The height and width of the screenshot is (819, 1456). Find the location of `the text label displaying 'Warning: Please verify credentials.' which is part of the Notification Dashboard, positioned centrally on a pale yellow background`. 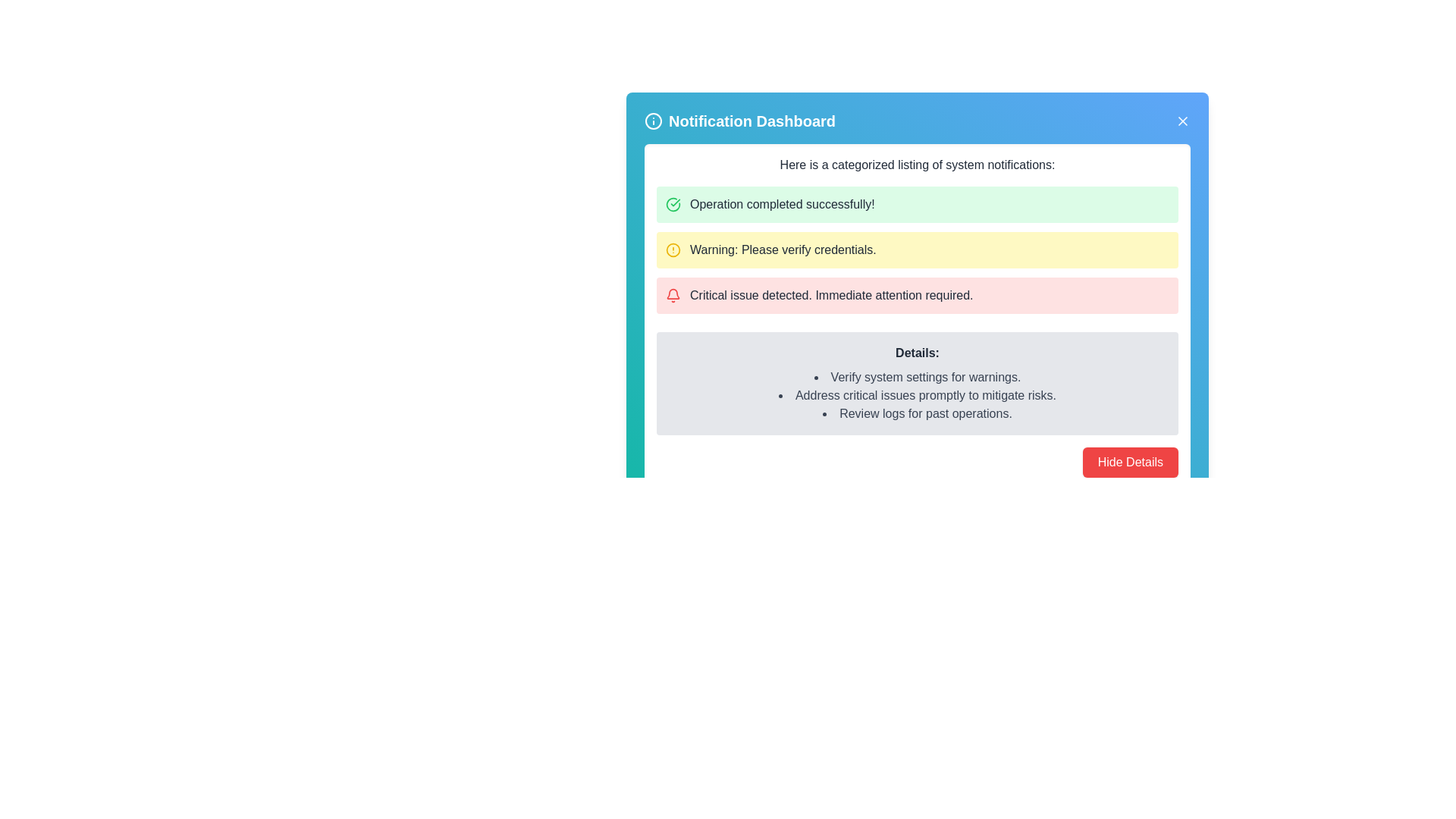

the text label displaying 'Warning: Please verify credentials.' which is part of the Notification Dashboard, positioned centrally on a pale yellow background is located at coordinates (783, 249).